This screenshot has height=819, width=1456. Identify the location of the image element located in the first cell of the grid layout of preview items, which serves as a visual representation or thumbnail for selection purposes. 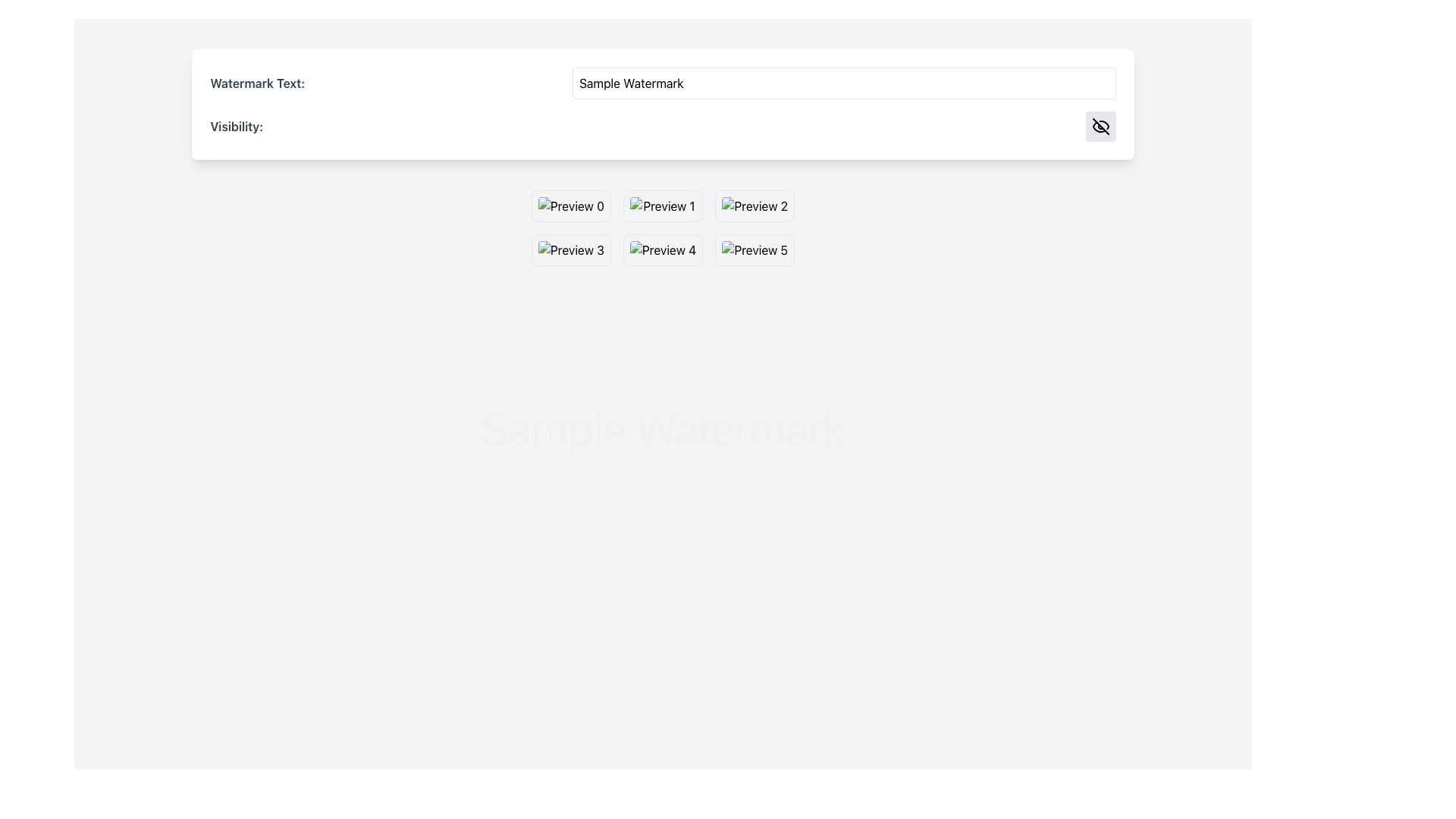
(570, 206).